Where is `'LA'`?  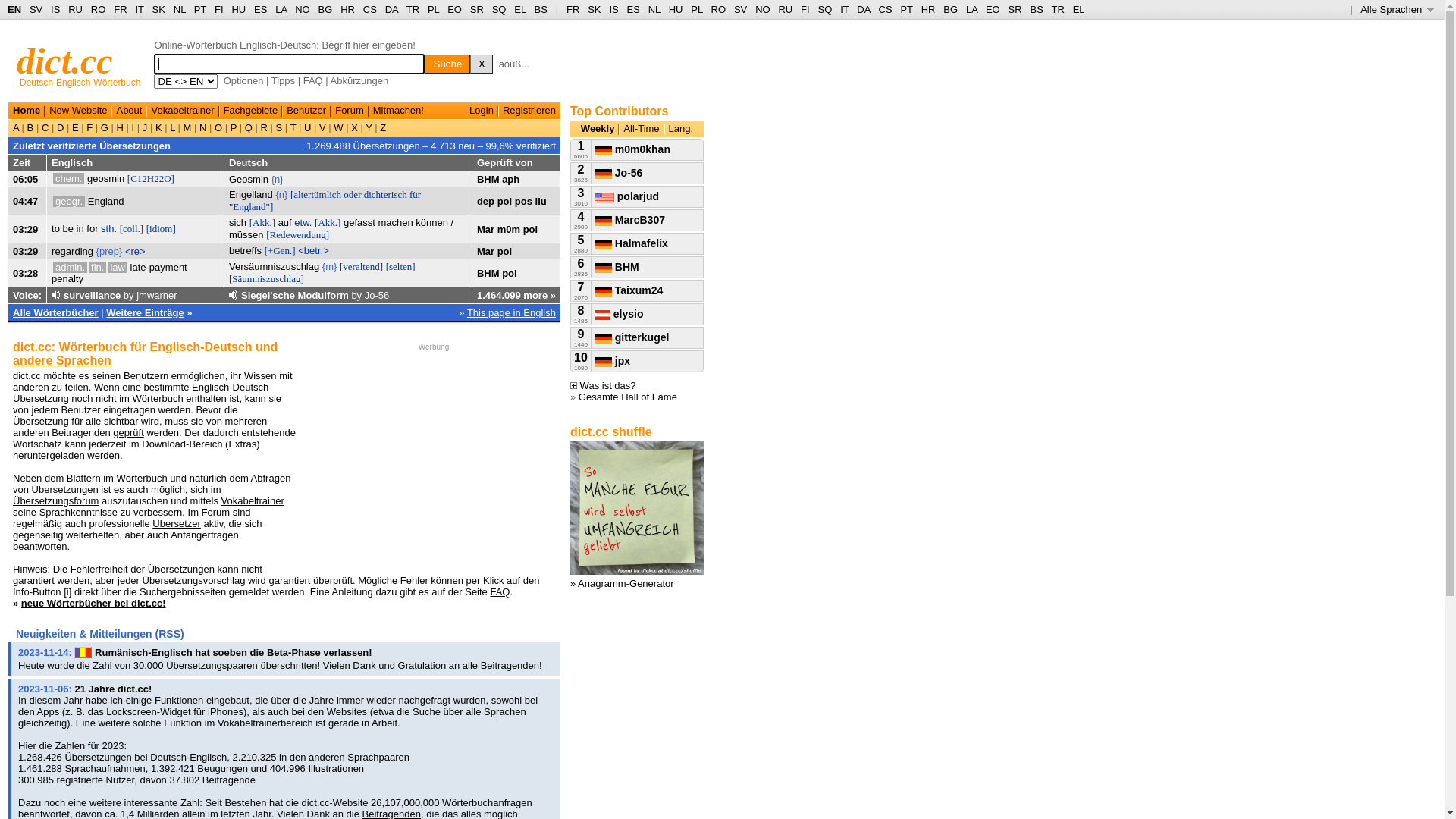
'LA' is located at coordinates (275, 9).